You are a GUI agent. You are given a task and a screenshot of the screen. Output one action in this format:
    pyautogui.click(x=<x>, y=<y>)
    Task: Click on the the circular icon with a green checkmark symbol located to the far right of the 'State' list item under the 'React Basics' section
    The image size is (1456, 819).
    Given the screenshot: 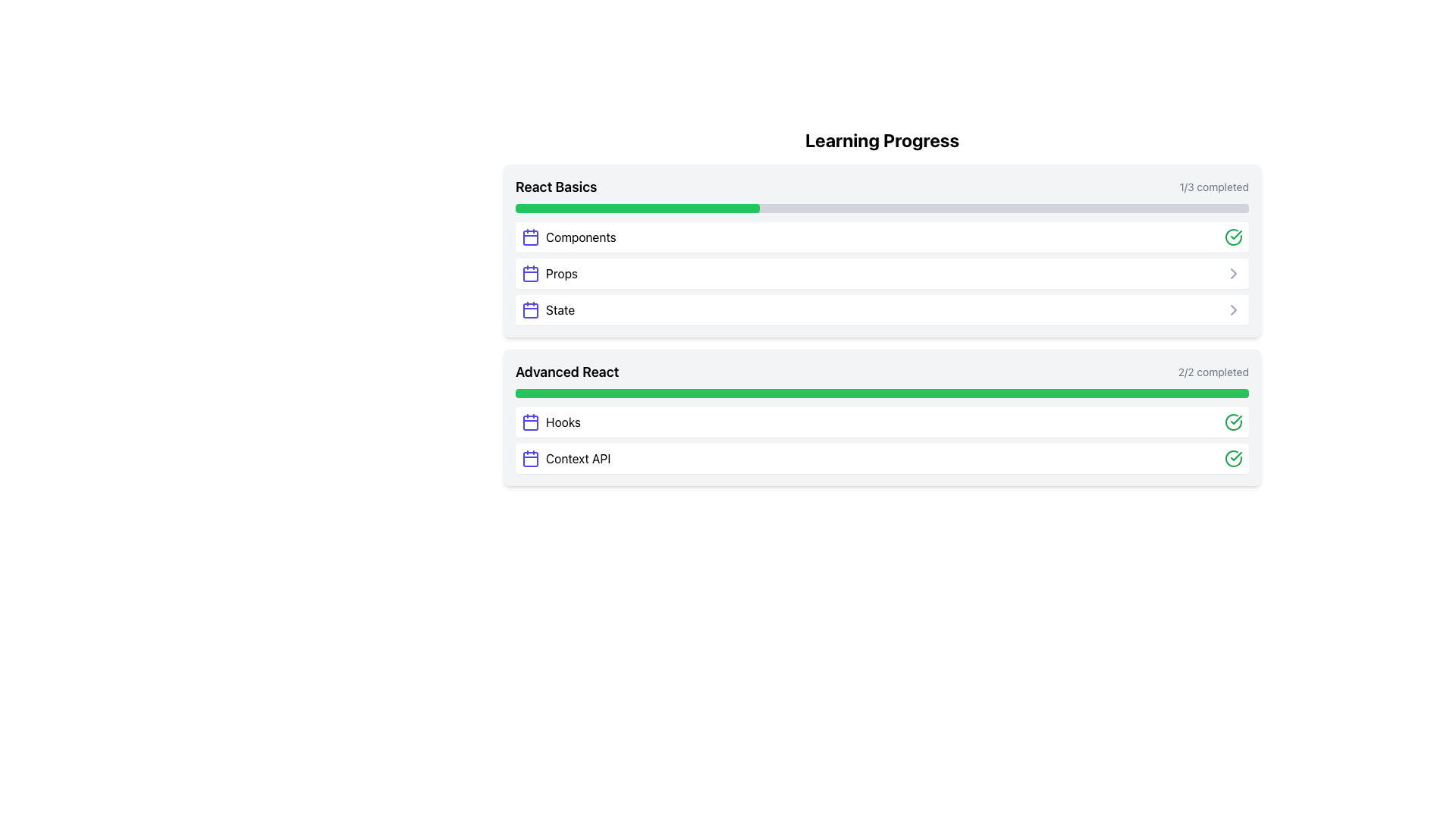 What is the action you would take?
    pyautogui.click(x=1234, y=237)
    